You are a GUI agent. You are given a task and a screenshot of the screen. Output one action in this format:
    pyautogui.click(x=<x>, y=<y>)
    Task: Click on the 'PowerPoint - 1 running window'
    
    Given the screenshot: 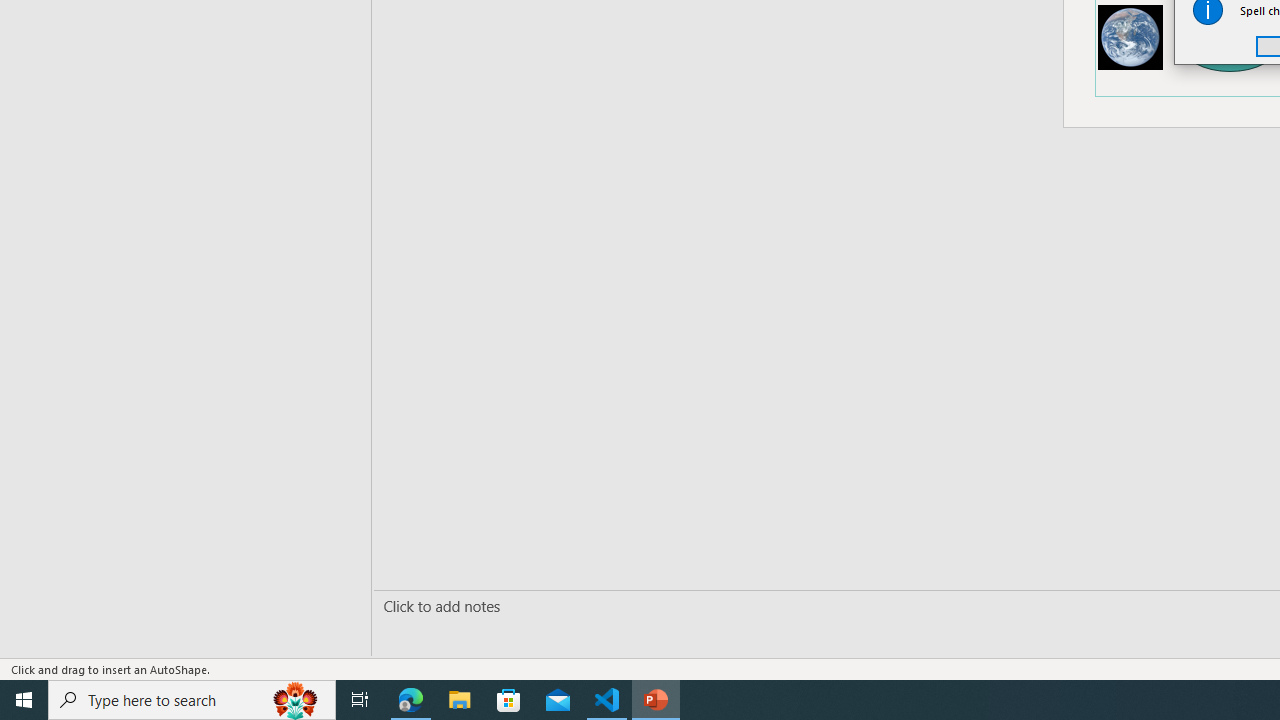 What is the action you would take?
    pyautogui.click(x=656, y=698)
    